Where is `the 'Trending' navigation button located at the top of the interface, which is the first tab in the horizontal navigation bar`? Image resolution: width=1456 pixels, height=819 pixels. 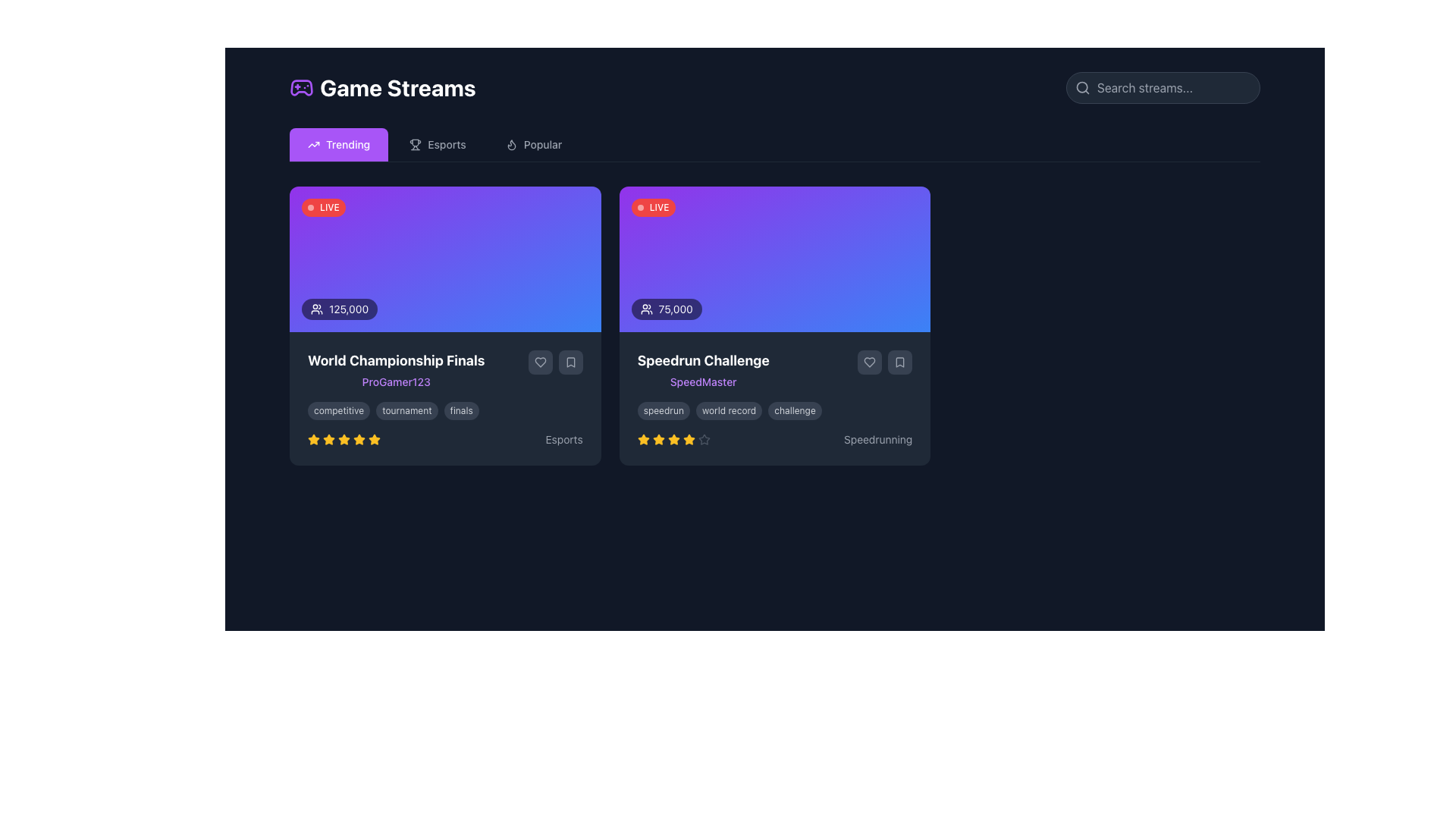
the 'Trending' navigation button located at the top of the interface, which is the first tab in the horizontal navigation bar is located at coordinates (338, 145).